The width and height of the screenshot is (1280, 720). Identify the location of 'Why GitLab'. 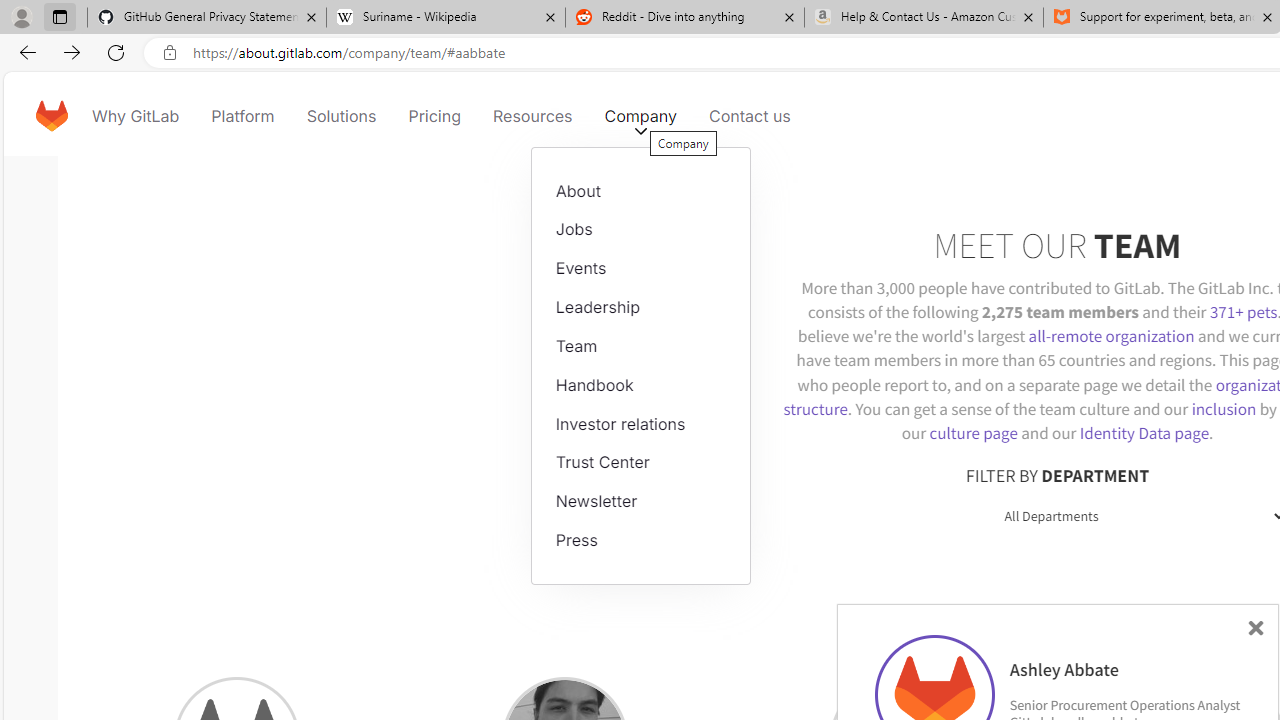
(135, 115).